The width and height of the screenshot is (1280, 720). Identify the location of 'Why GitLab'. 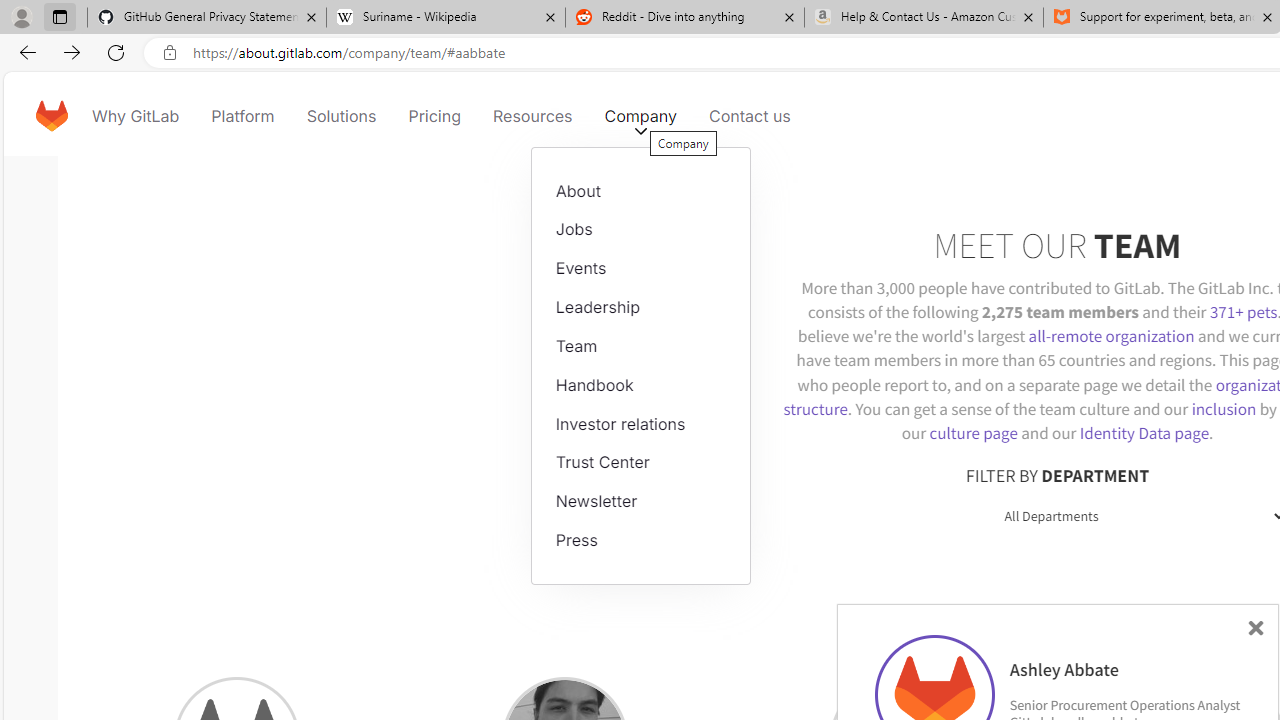
(135, 115).